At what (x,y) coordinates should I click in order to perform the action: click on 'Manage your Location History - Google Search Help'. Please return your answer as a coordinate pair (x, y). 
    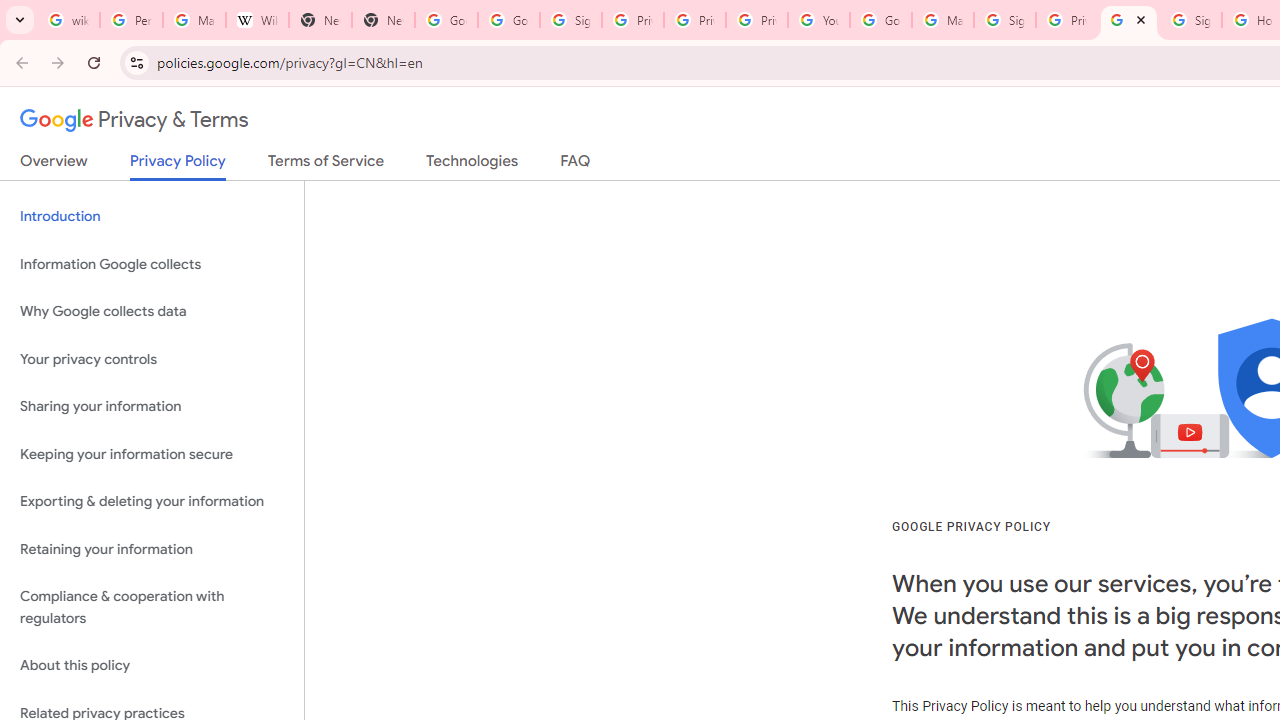
    Looking at the image, I should click on (194, 20).